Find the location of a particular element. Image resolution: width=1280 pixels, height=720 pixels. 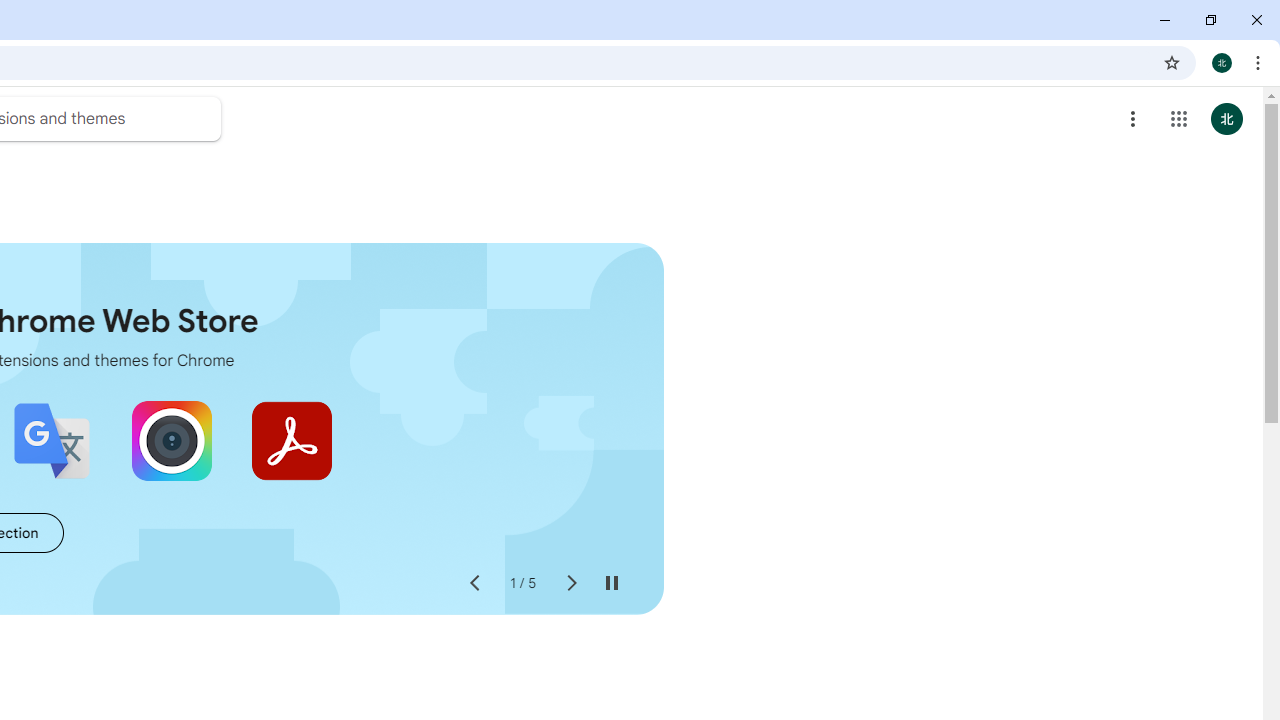

'Adobe Acrobat: PDF edit, convert, sign tools' is located at coordinates (290, 440).